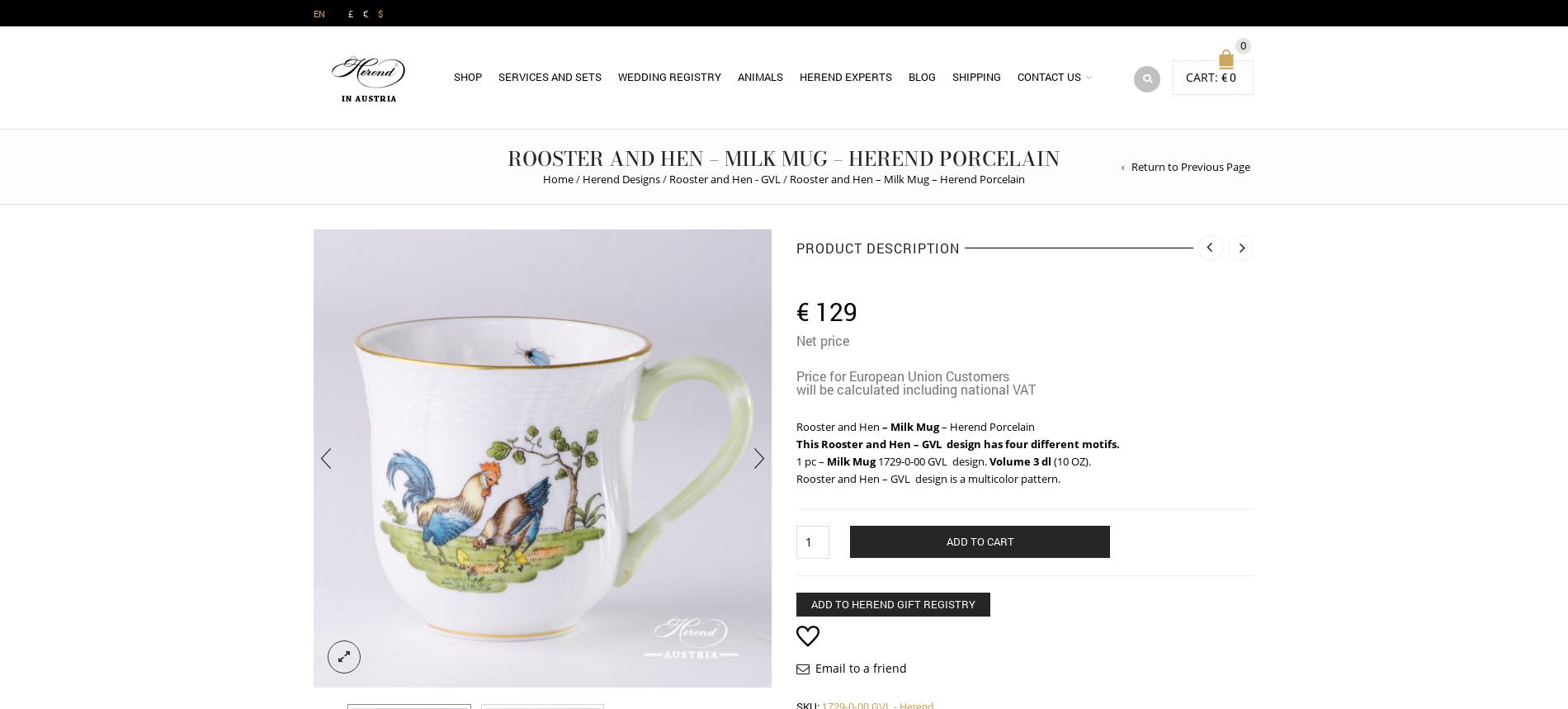 The width and height of the screenshot is (1568, 709). Describe the element at coordinates (878, 247) in the screenshot. I see `'Product Description'` at that location.